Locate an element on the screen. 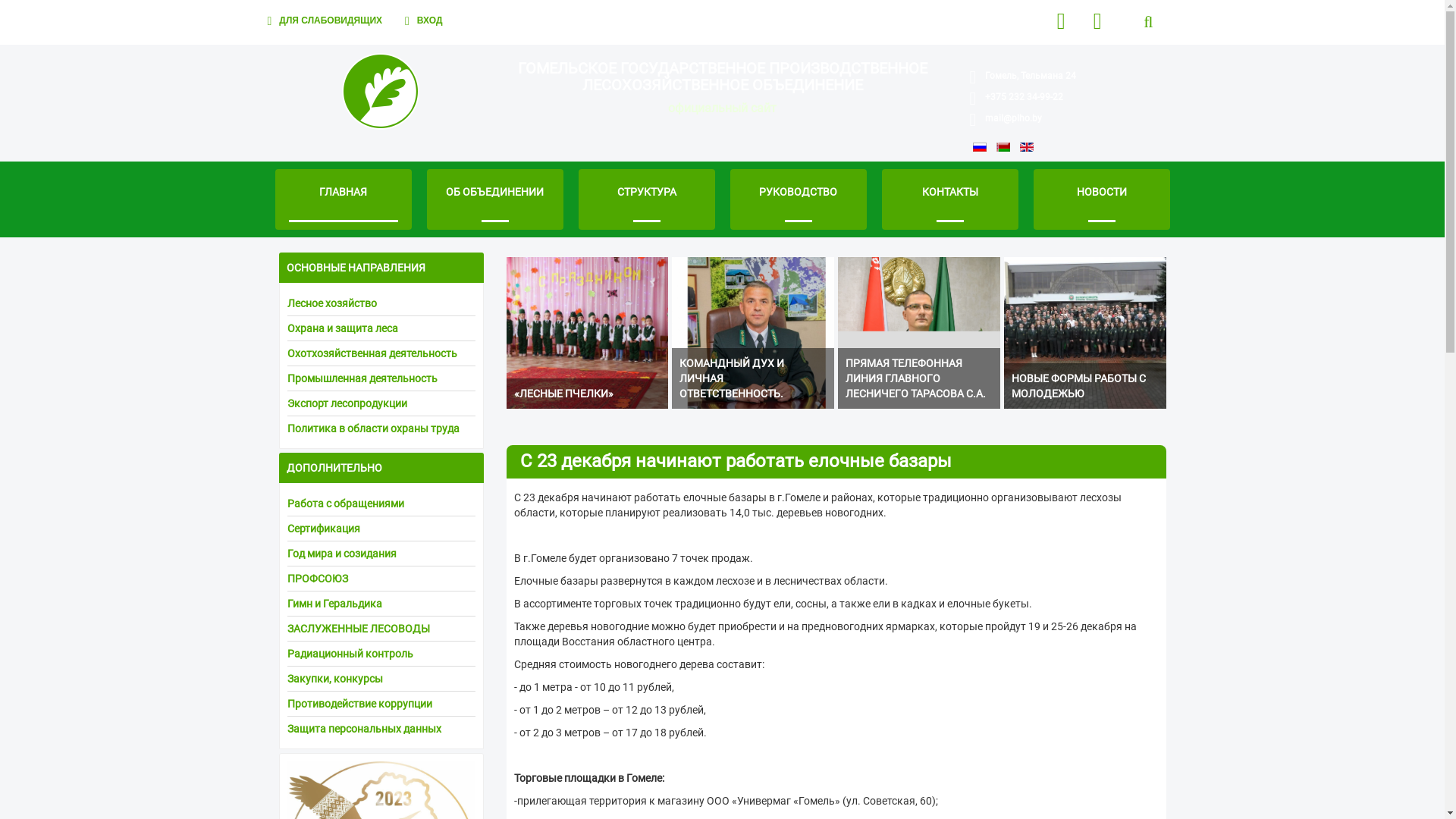 This screenshot has height=819, width=1456. 'mail@plho.by' is located at coordinates (1013, 117).